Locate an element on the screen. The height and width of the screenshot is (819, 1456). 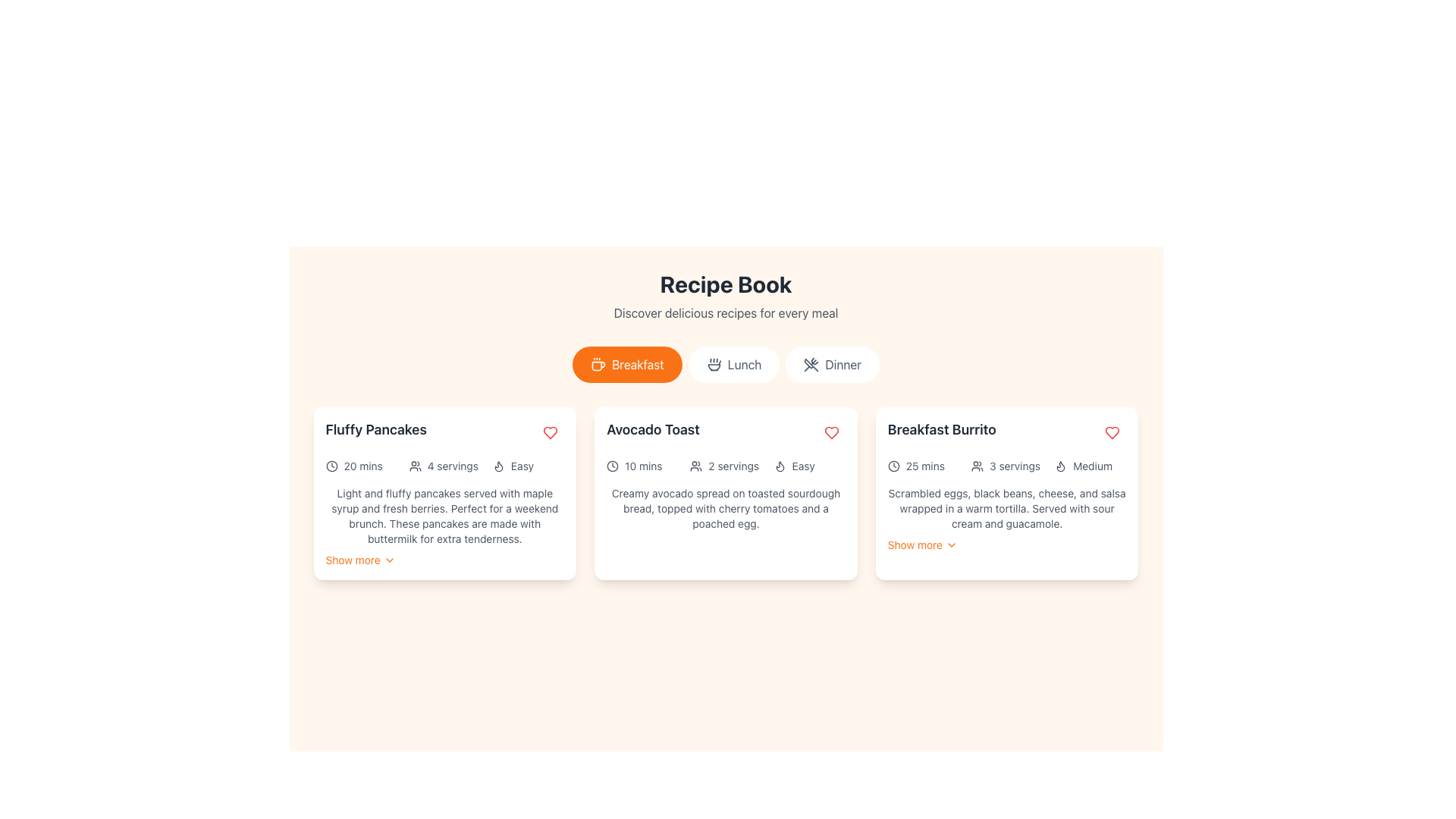
the flame icon located in the top-right section of the 'Avocado Toast' recipe card, which indicates the heat or difficulty level of the recipe is located at coordinates (780, 466).